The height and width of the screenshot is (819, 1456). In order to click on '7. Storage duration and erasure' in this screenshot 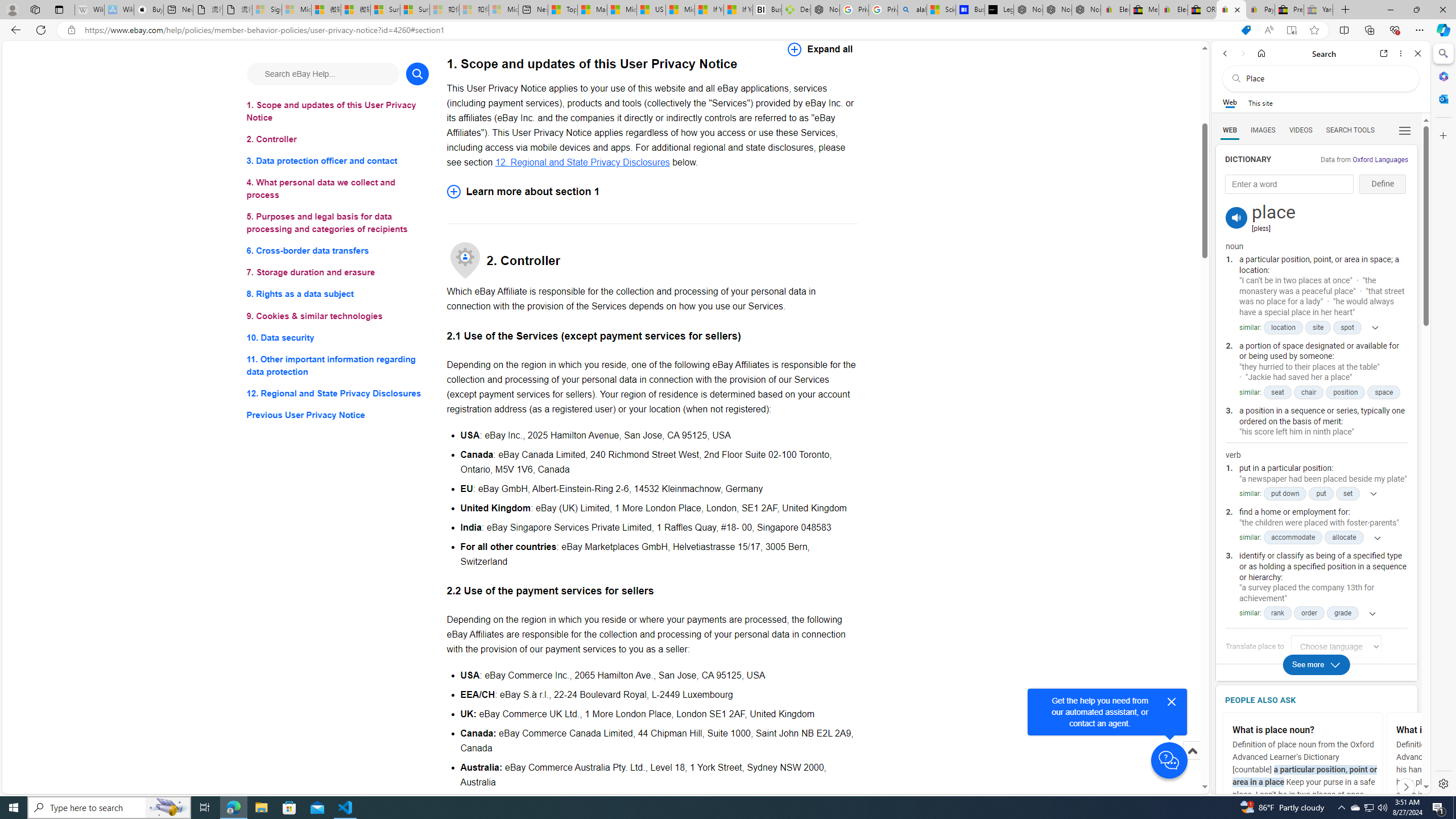, I will do `click(337, 272)`.